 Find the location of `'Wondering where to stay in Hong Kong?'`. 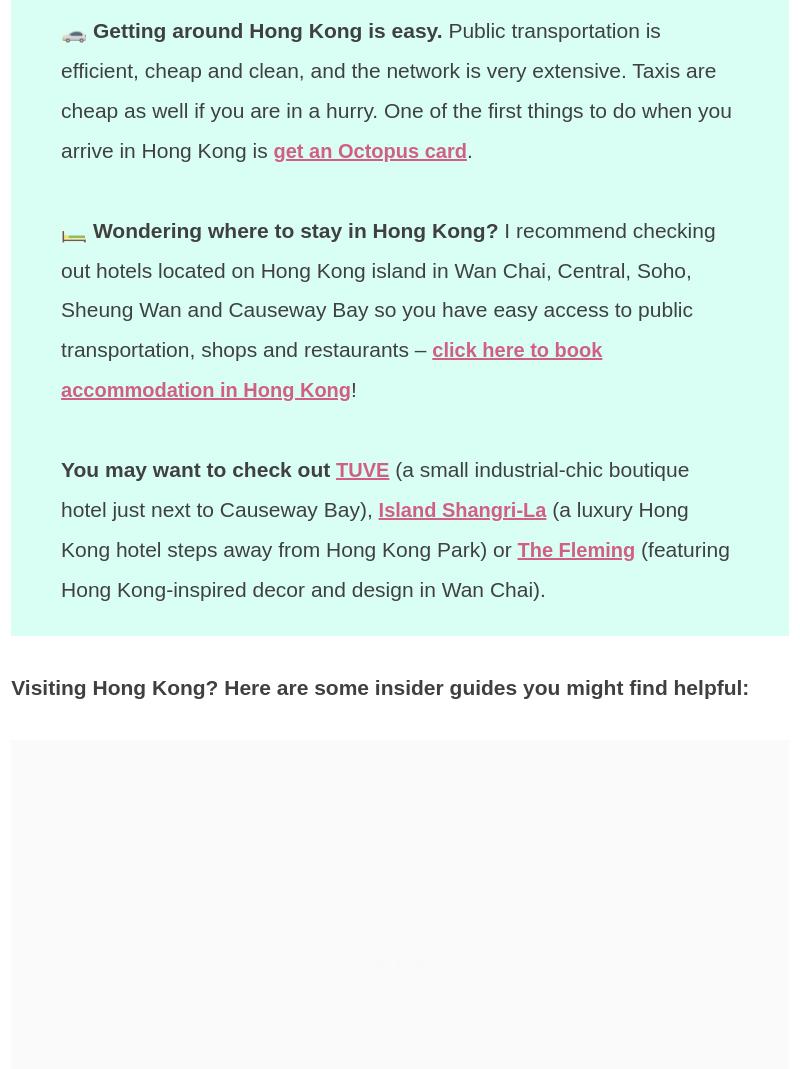

'Wondering where to stay in Hong Kong?' is located at coordinates (295, 228).